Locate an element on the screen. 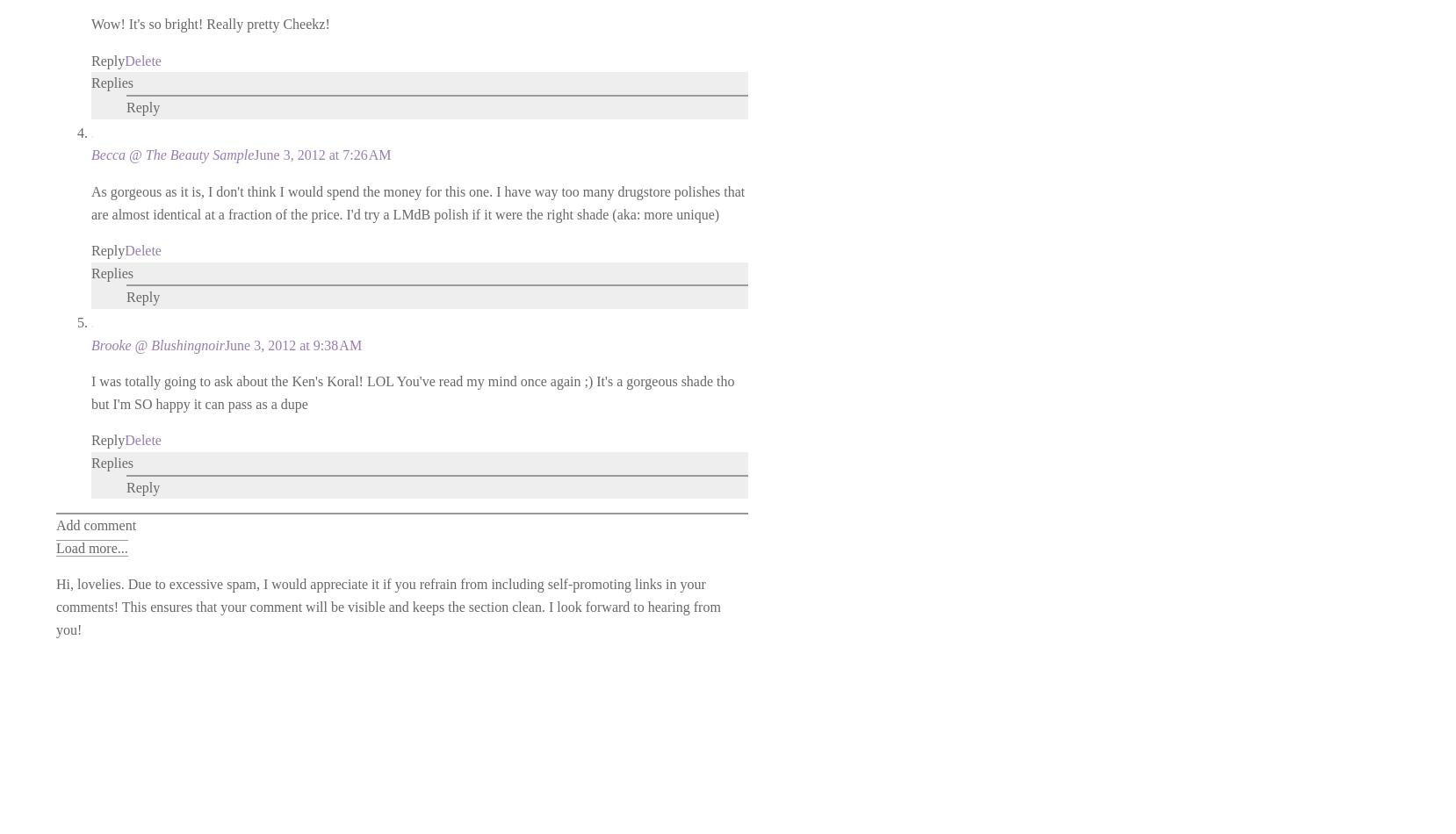  'June 3, 2012 at 9:38 AM' is located at coordinates (292, 343).